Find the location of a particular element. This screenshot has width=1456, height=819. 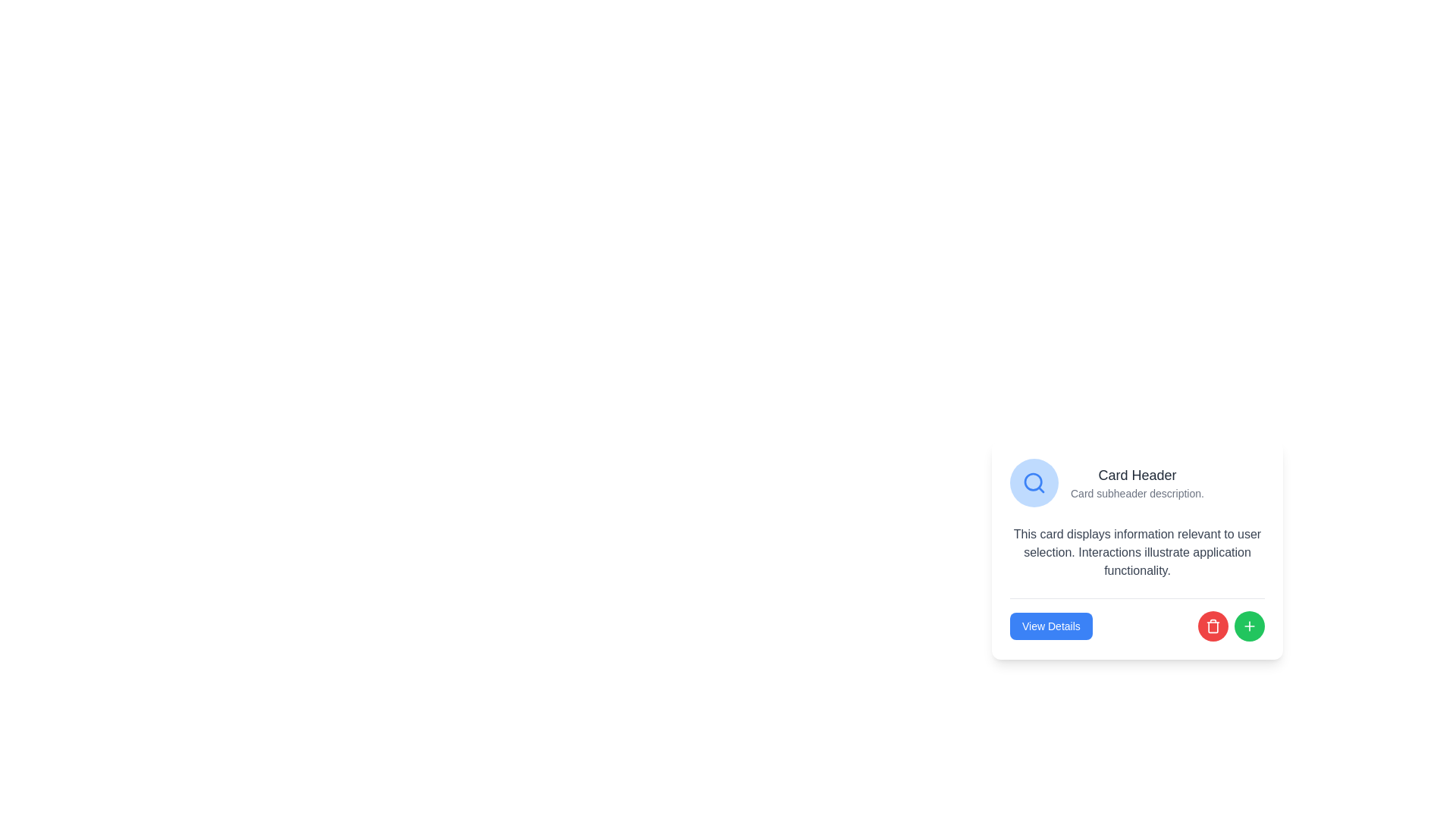

the red trash can icon button, which is centrally located at the bottom of the card, to the right of the 'View Details' button and left of the green '+' button is located at coordinates (1212, 626).